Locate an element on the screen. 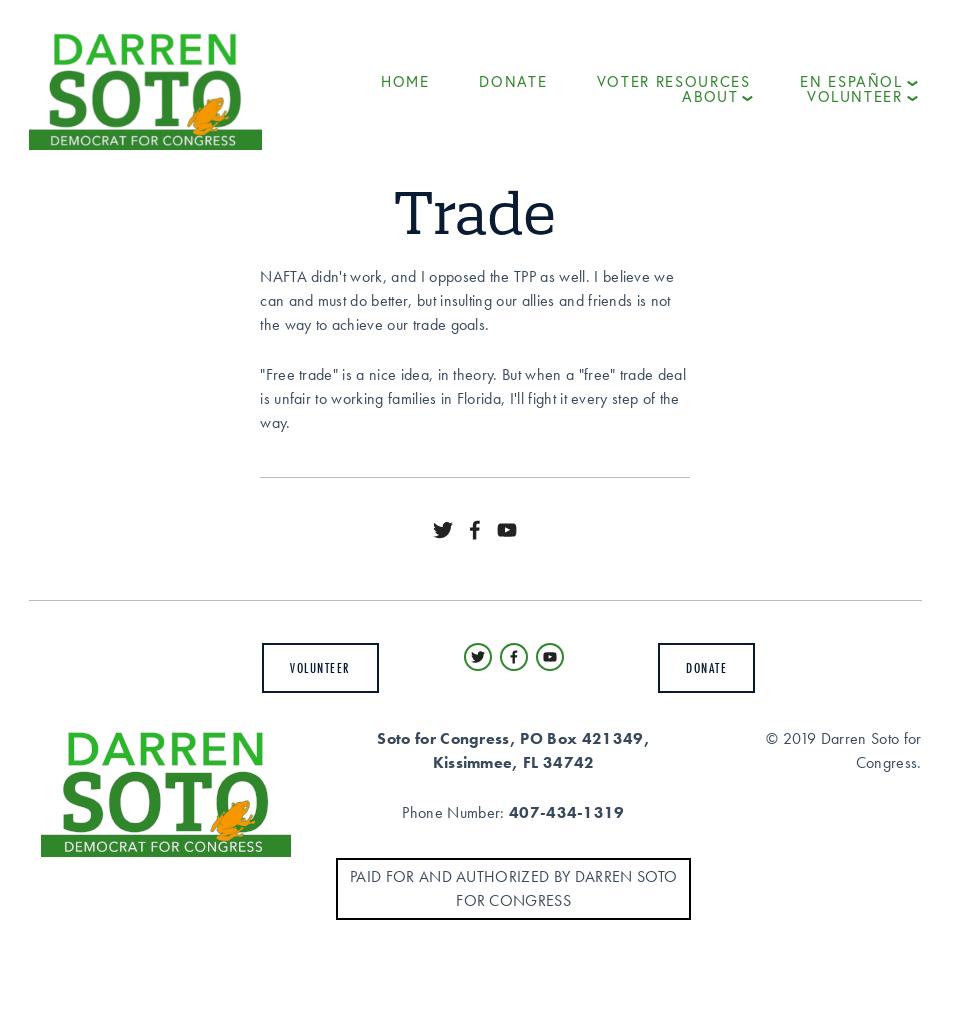  'More Photos' is located at coordinates (740, 269).